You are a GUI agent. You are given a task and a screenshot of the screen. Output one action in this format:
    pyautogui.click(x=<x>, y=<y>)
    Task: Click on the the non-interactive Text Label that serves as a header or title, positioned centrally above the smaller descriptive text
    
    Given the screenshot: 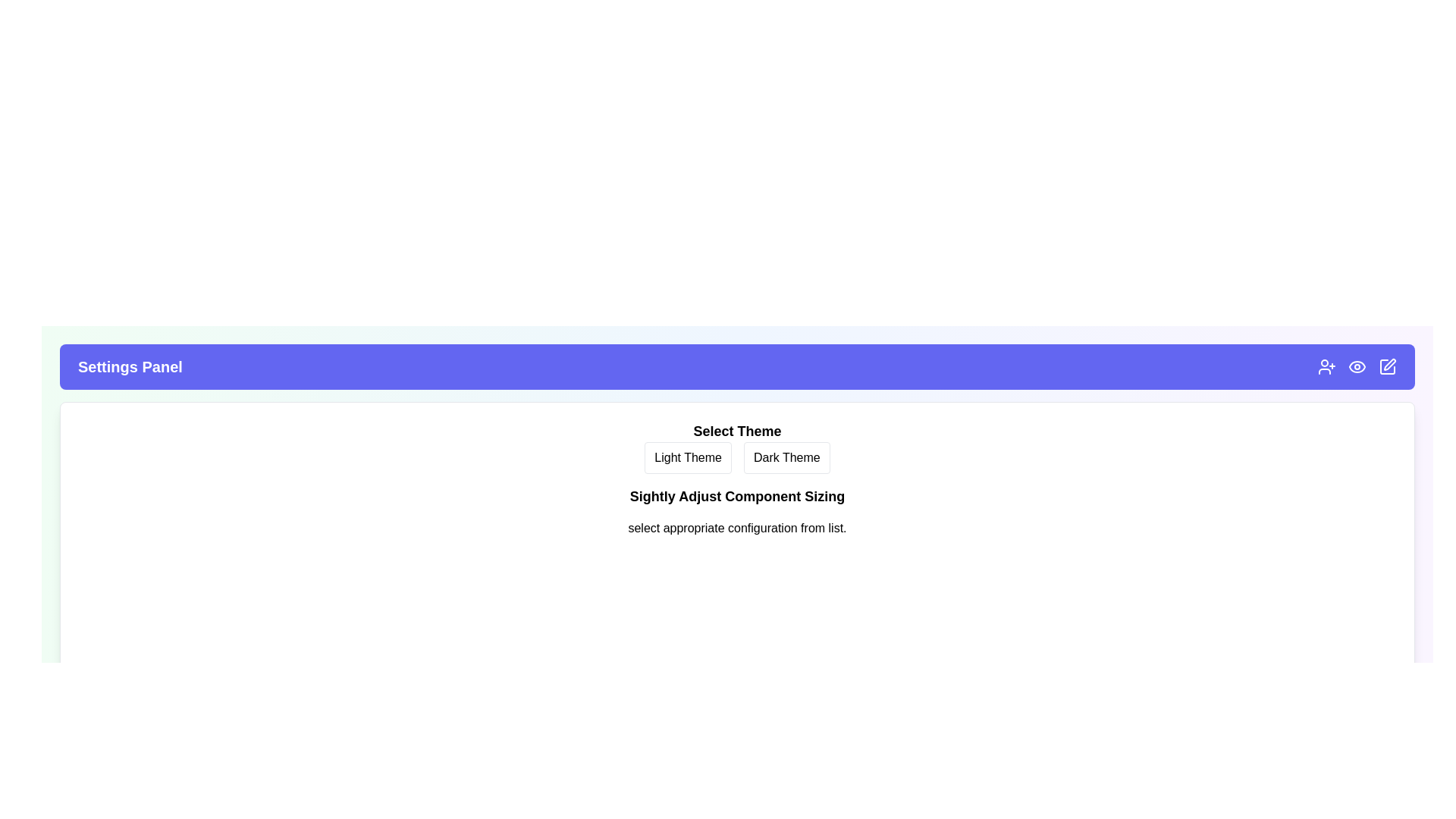 What is the action you would take?
    pyautogui.click(x=737, y=497)
    